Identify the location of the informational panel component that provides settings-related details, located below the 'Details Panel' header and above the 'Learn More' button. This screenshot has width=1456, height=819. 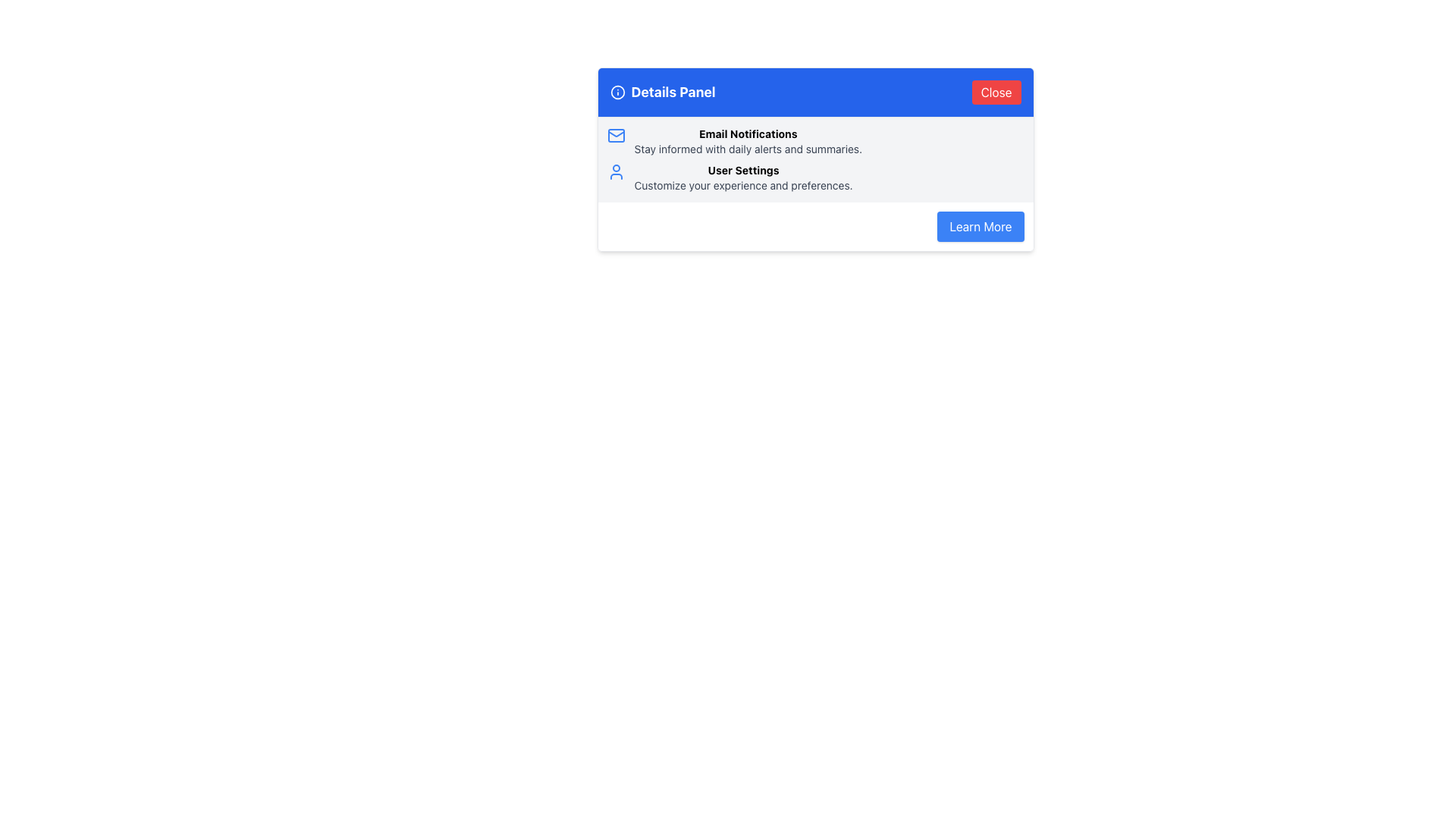
(814, 159).